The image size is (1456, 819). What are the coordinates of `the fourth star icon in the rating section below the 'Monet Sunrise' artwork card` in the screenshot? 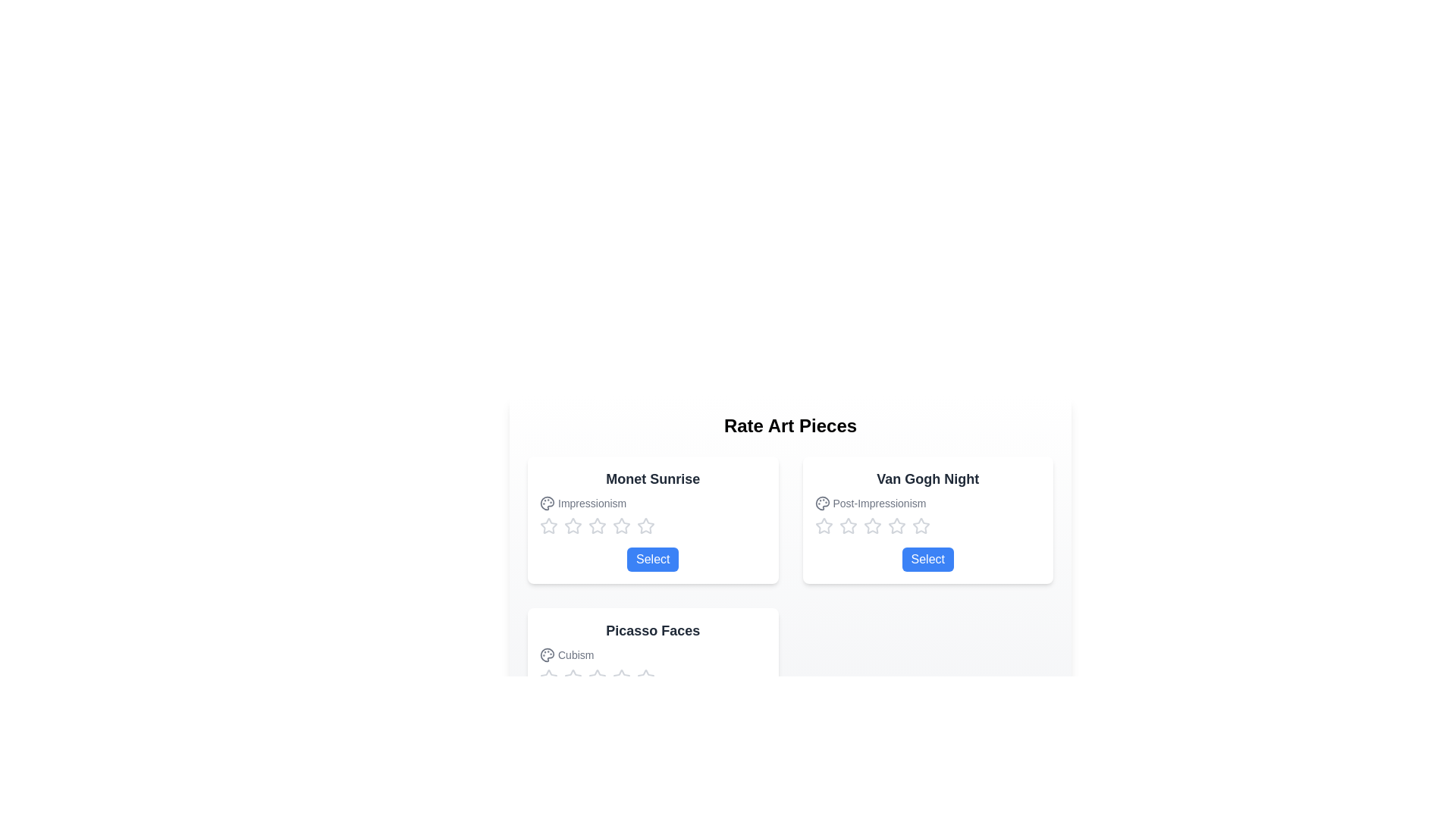 It's located at (645, 525).